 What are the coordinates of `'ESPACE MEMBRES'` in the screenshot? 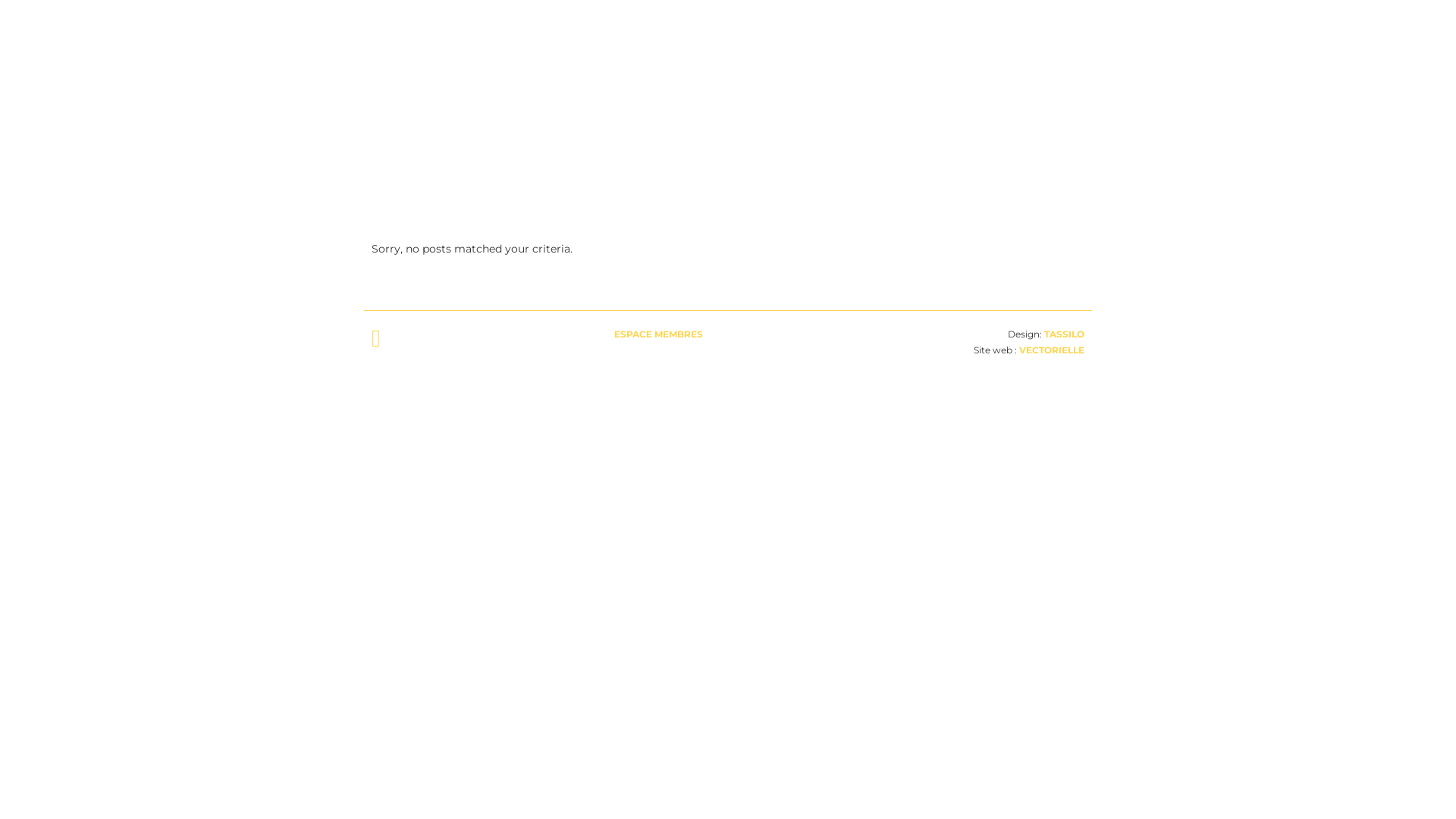 It's located at (658, 333).